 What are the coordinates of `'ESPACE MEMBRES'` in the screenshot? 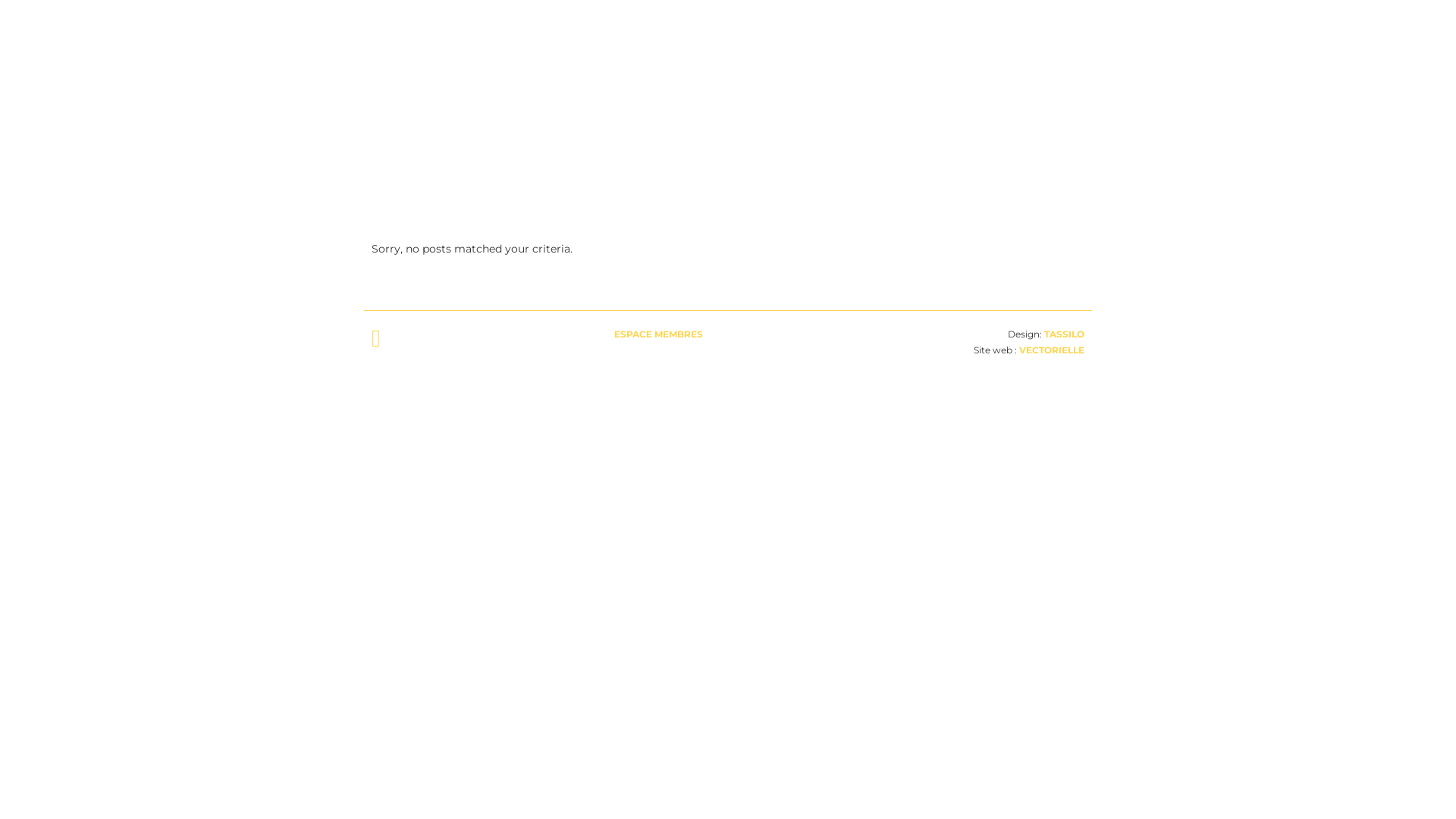 It's located at (658, 333).